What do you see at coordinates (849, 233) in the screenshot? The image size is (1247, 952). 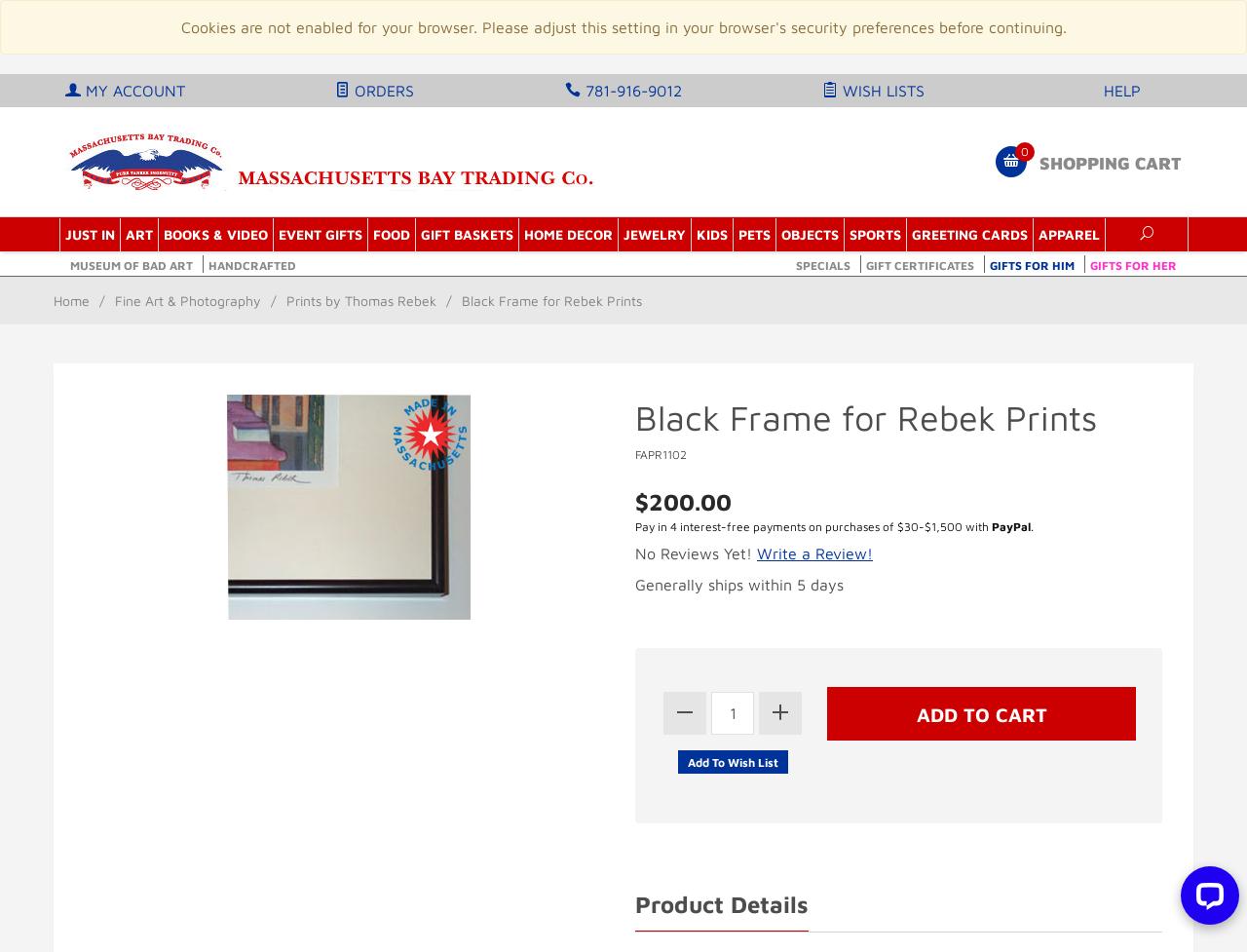 I see `'Sports'` at bounding box center [849, 233].